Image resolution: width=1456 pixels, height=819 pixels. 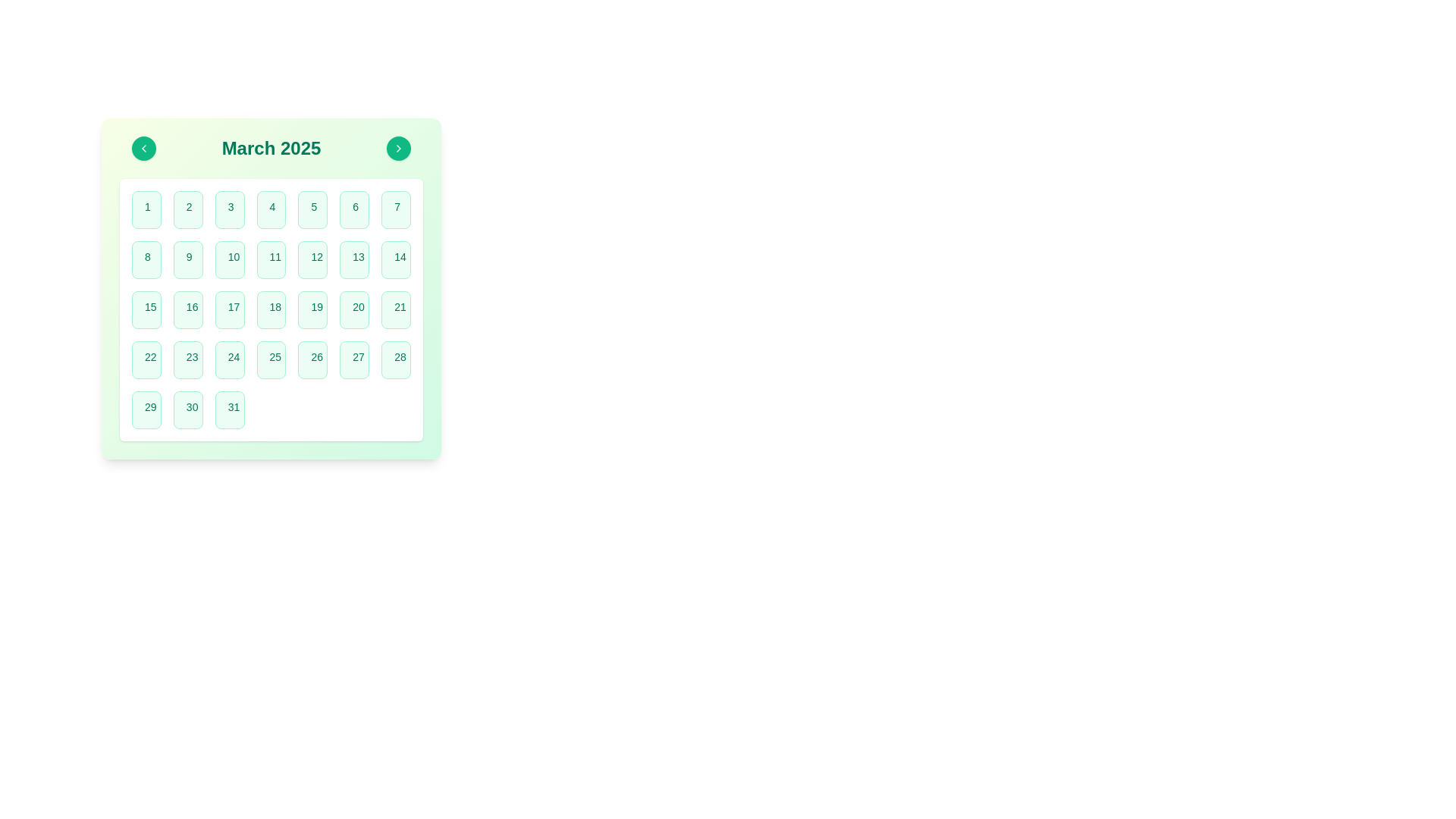 What do you see at coordinates (271, 210) in the screenshot?
I see `the Calendar date cell displaying the digit '4'` at bounding box center [271, 210].